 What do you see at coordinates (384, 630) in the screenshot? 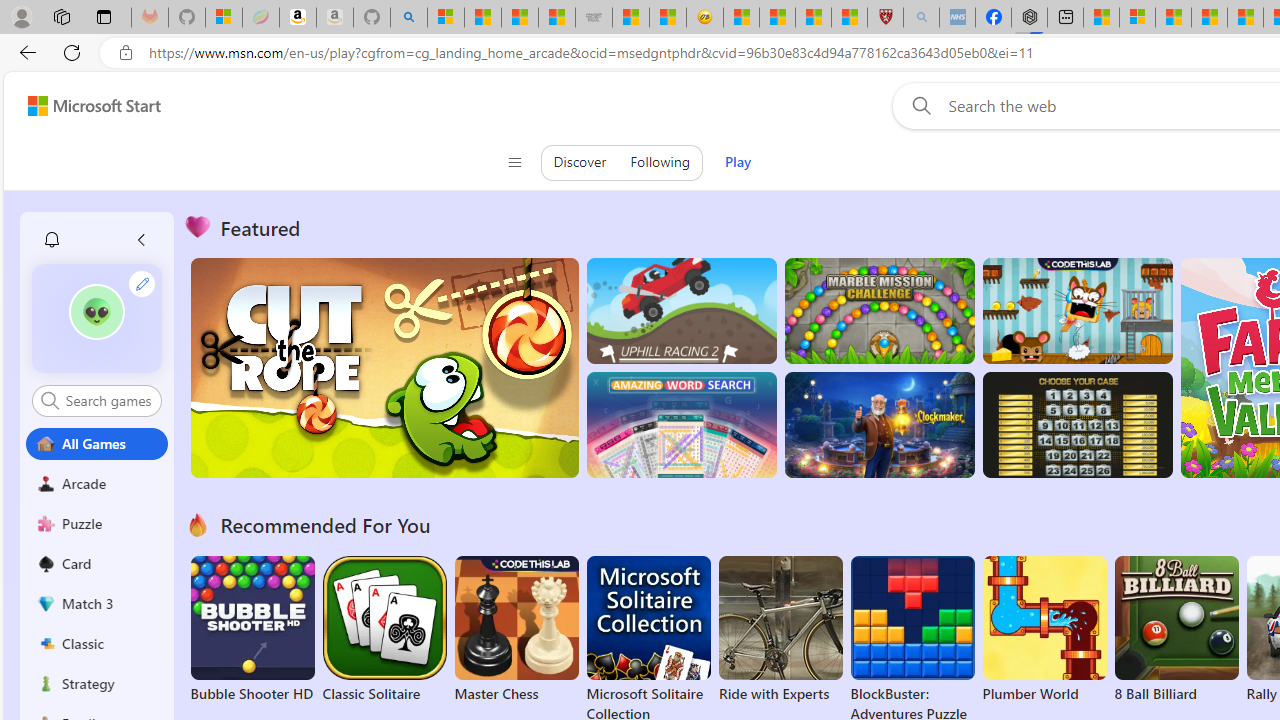
I see `'Classic Solitaire'` at bounding box center [384, 630].